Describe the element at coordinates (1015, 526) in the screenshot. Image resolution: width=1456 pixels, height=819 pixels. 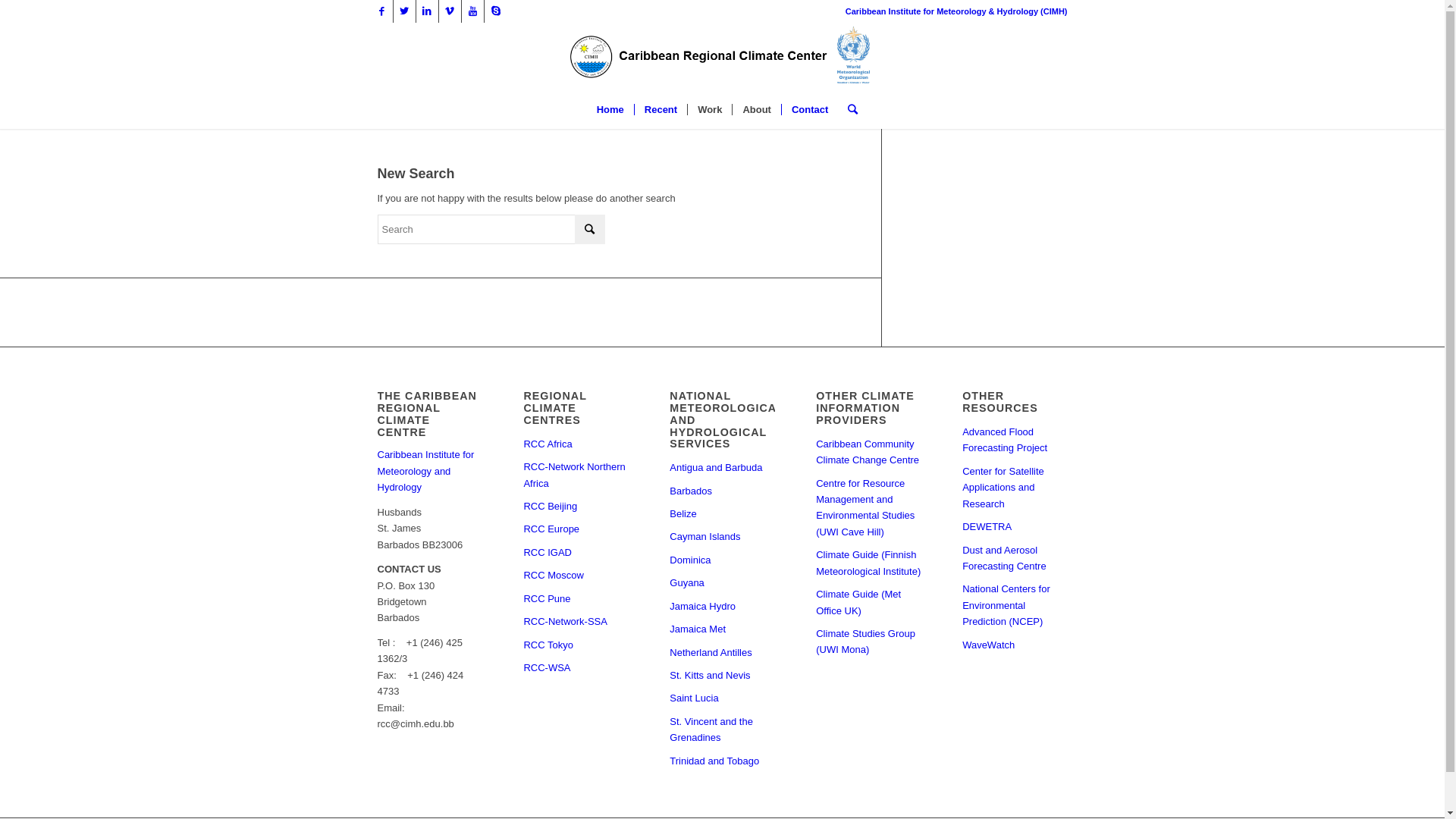
I see `'DEWETRA'` at that location.